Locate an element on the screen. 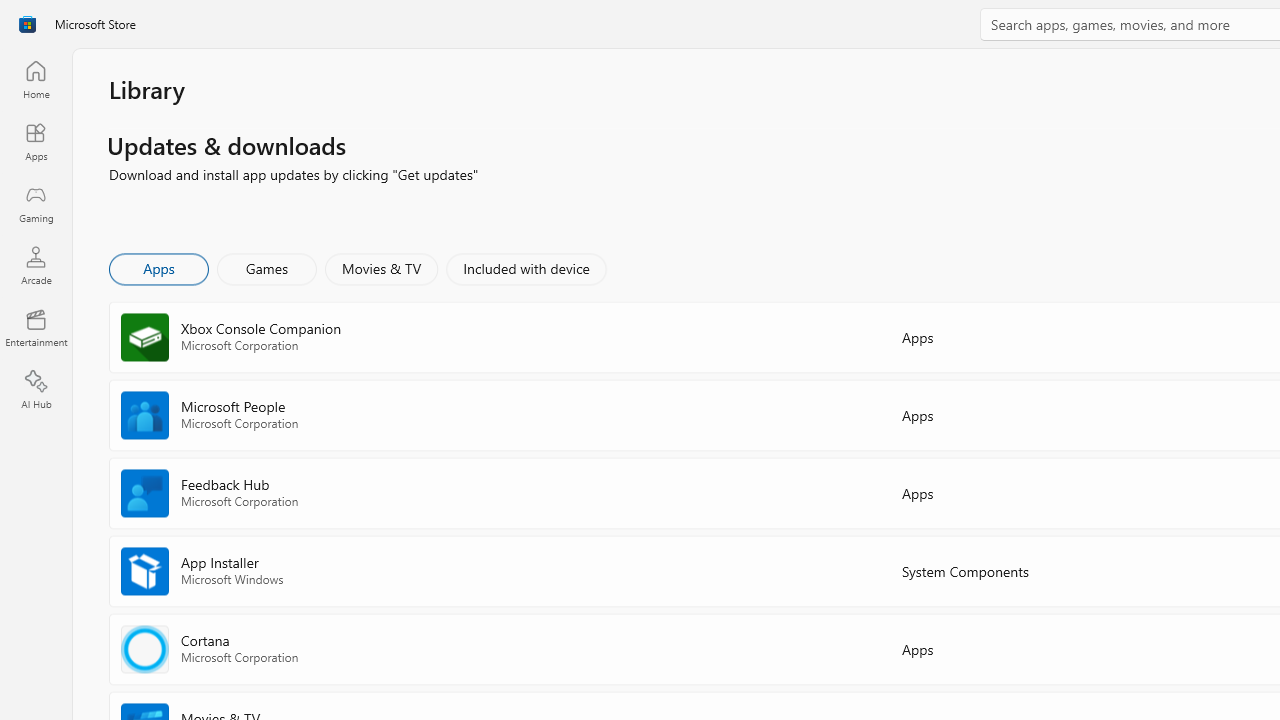  'AI Hub' is located at coordinates (35, 390).